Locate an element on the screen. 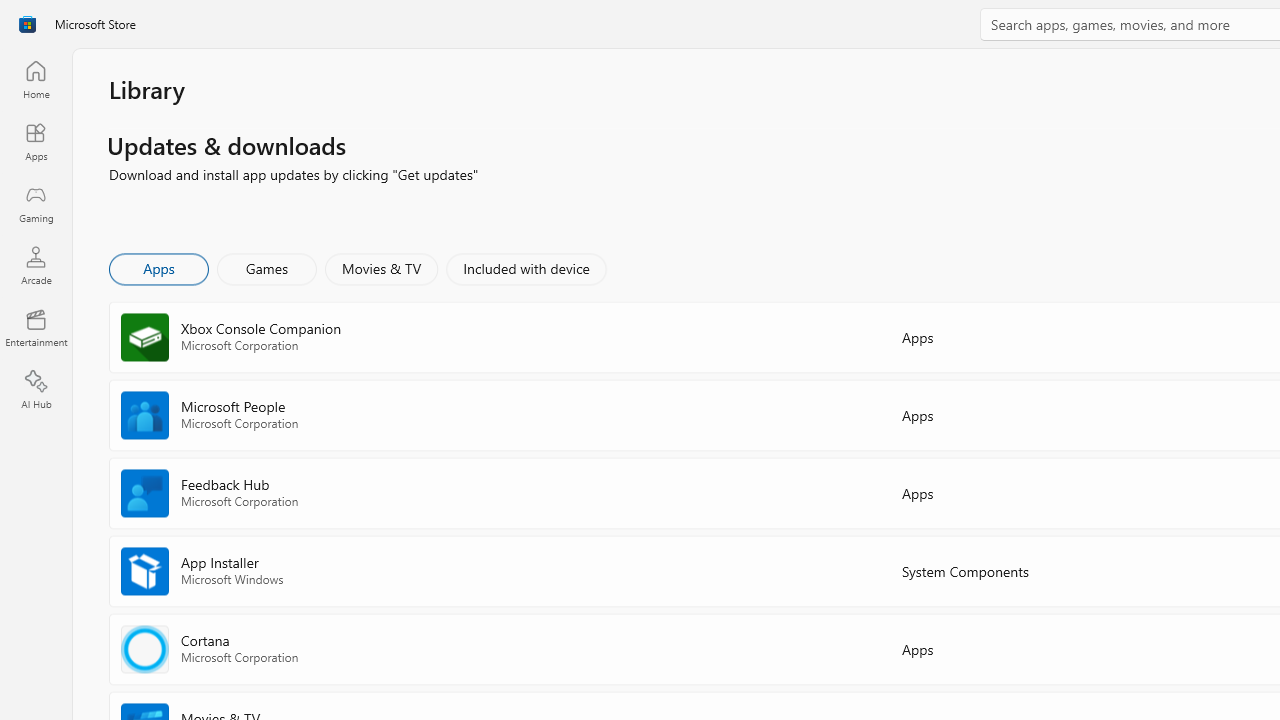  'AI Hub' is located at coordinates (35, 390).